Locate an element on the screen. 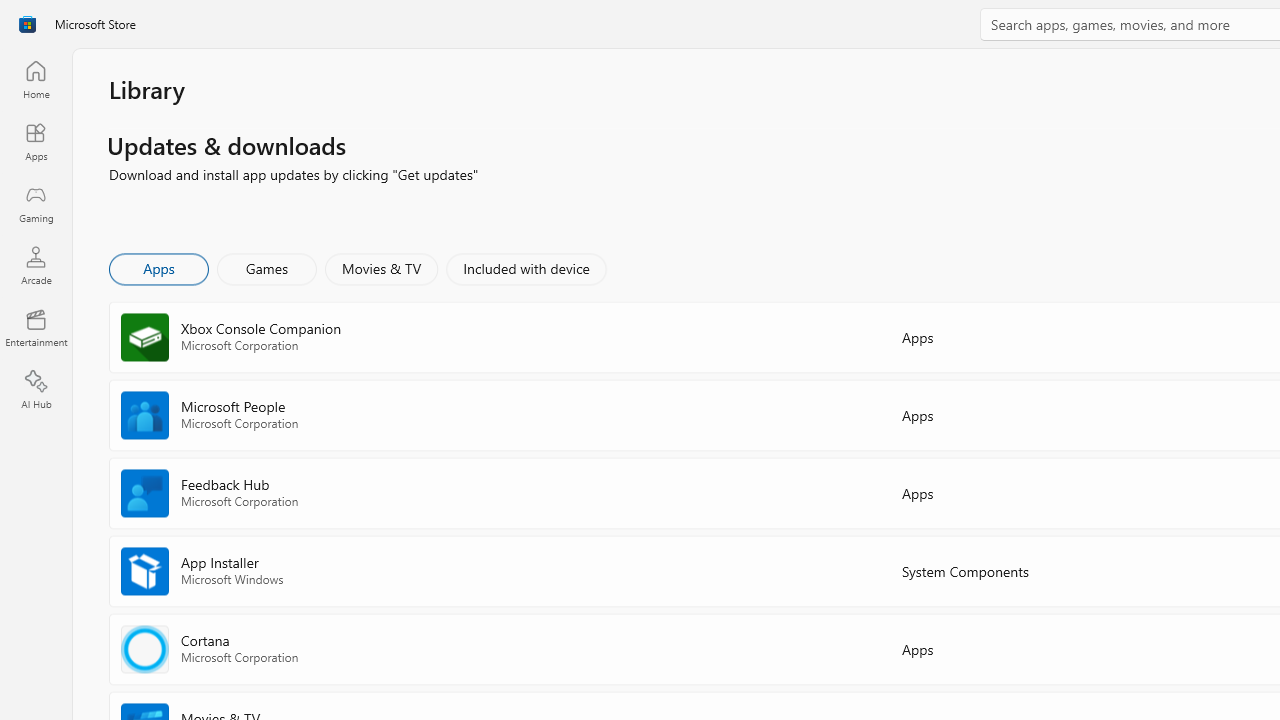  'AI Hub' is located at coordinates (35, 390).